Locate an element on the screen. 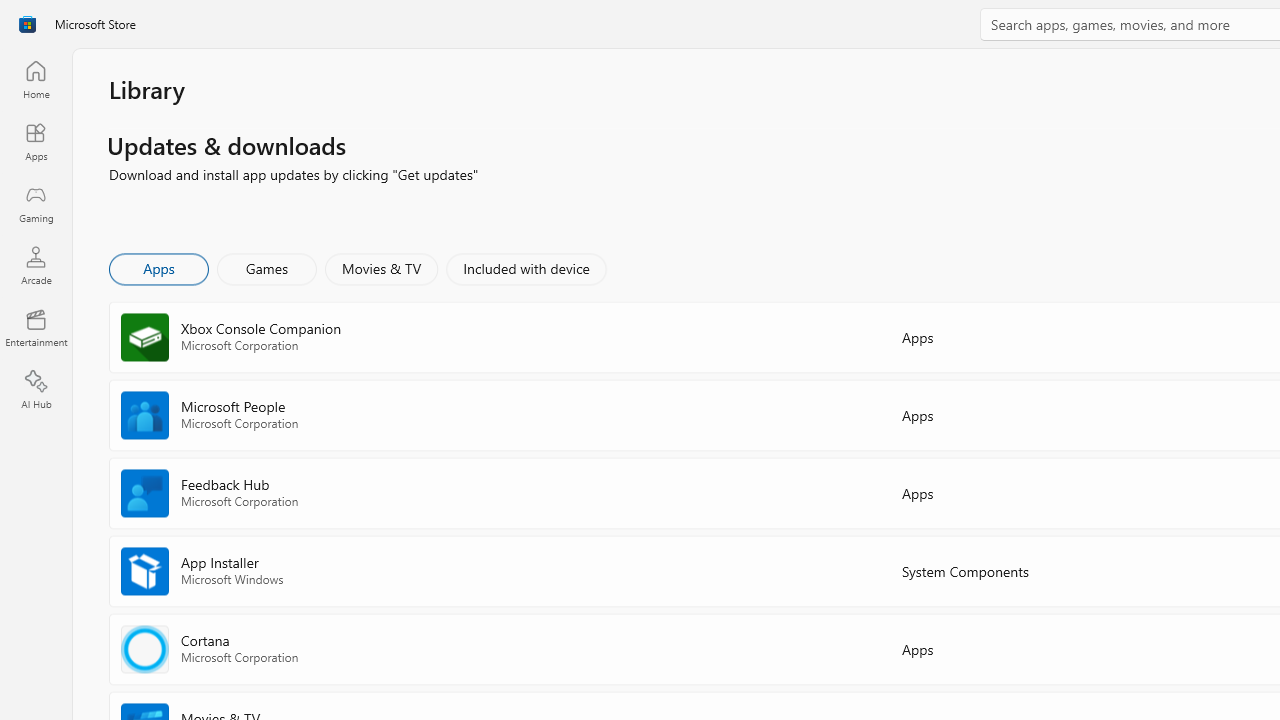  'AI Hub' is located at coordinates (35, 390).